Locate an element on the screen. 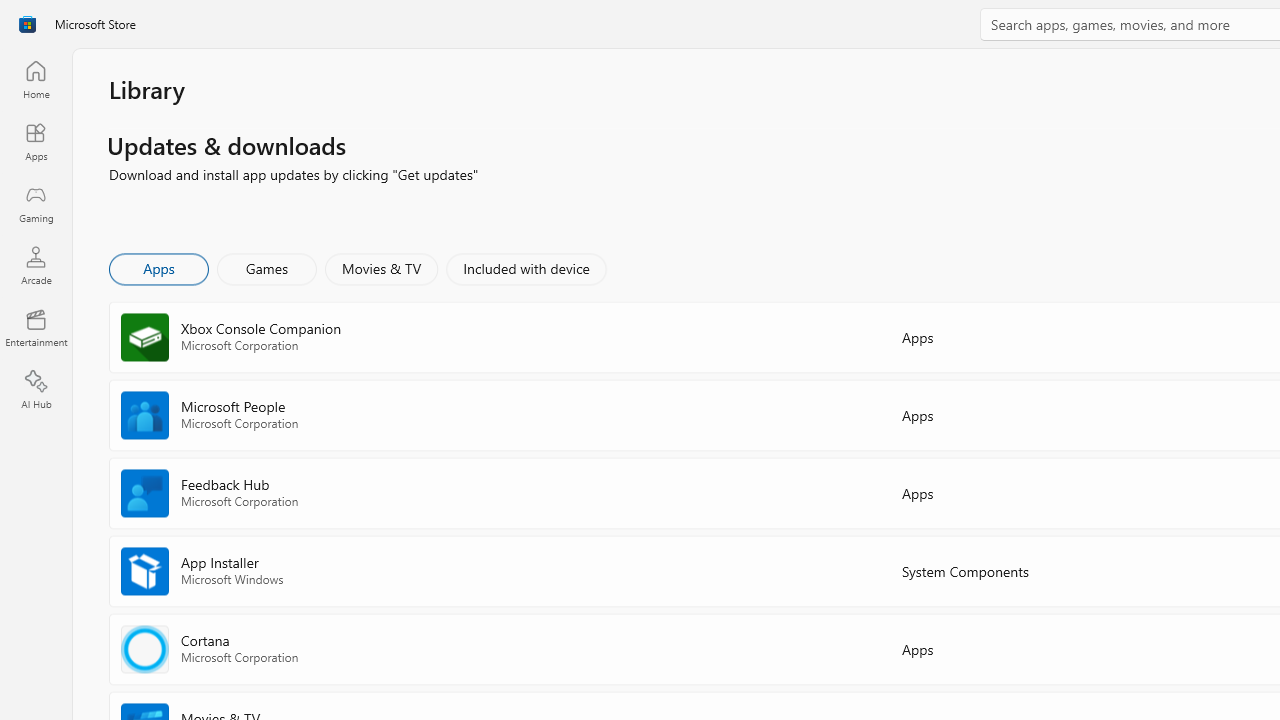  'AI Hub' is located at coordinates (35, 390).